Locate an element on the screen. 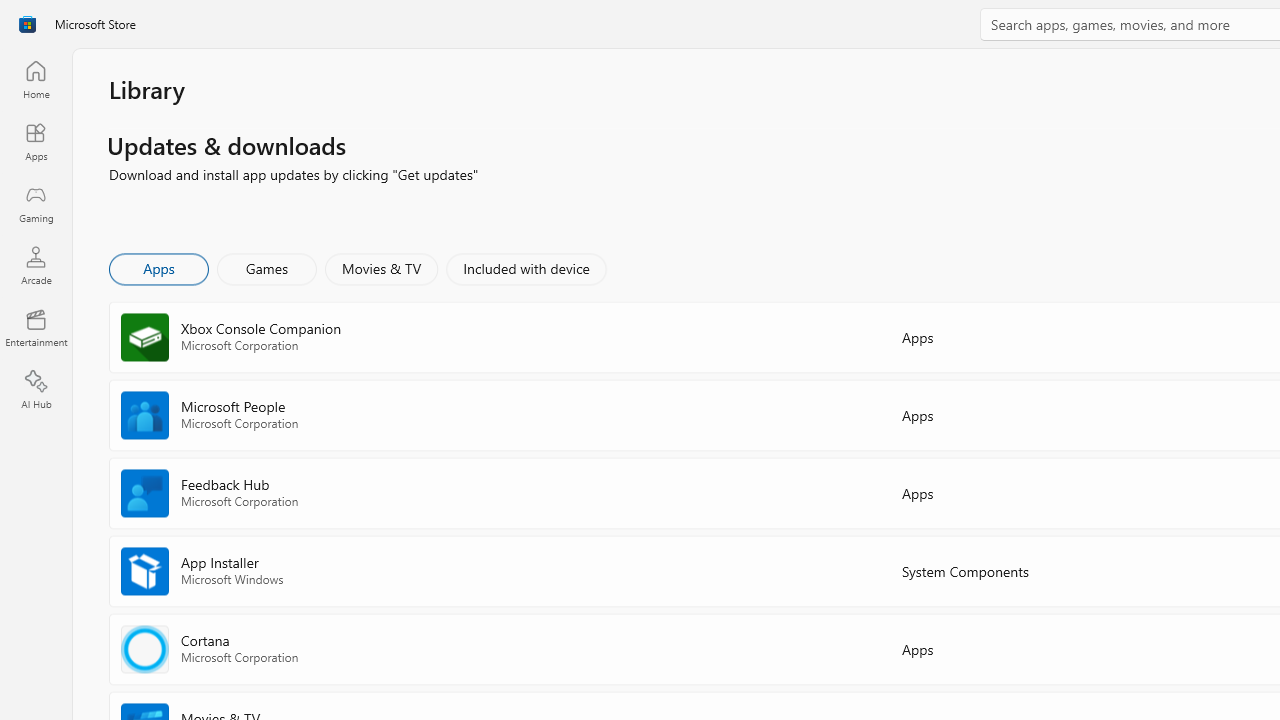  'AI Hub' is located at coordinates (35, 390).